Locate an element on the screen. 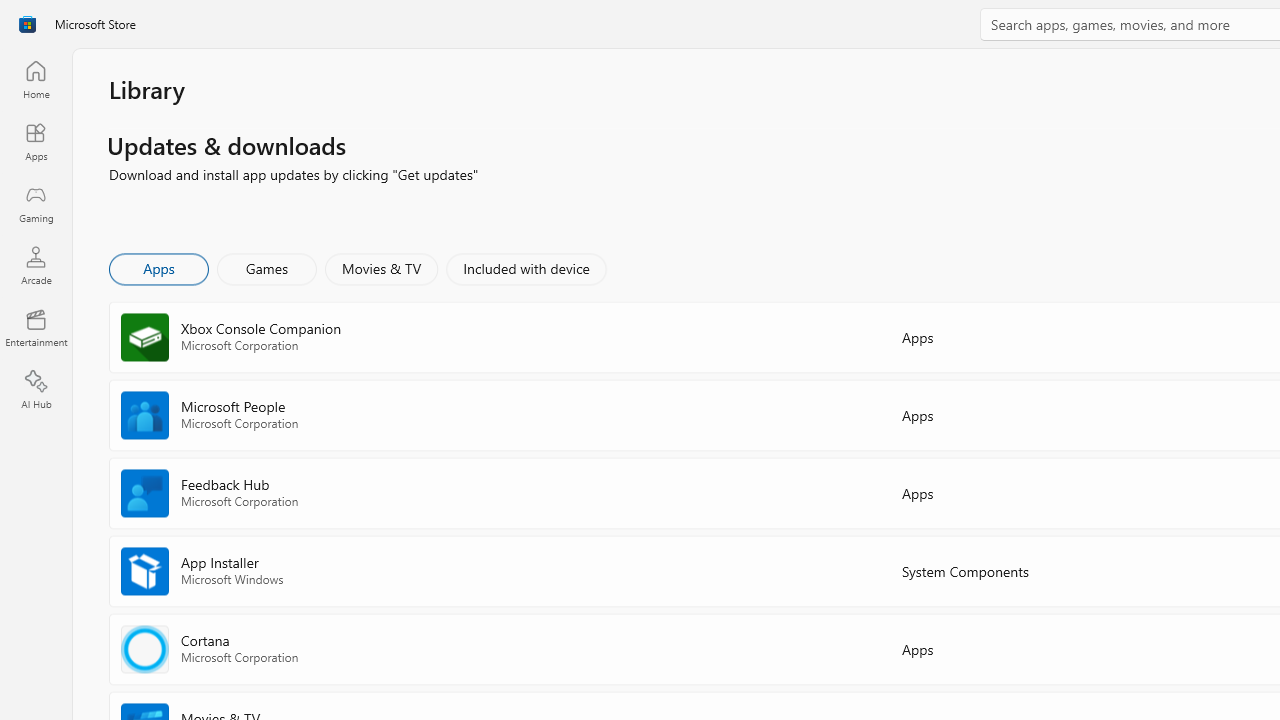  'AI Hub' is located at coordinates (35, 390).